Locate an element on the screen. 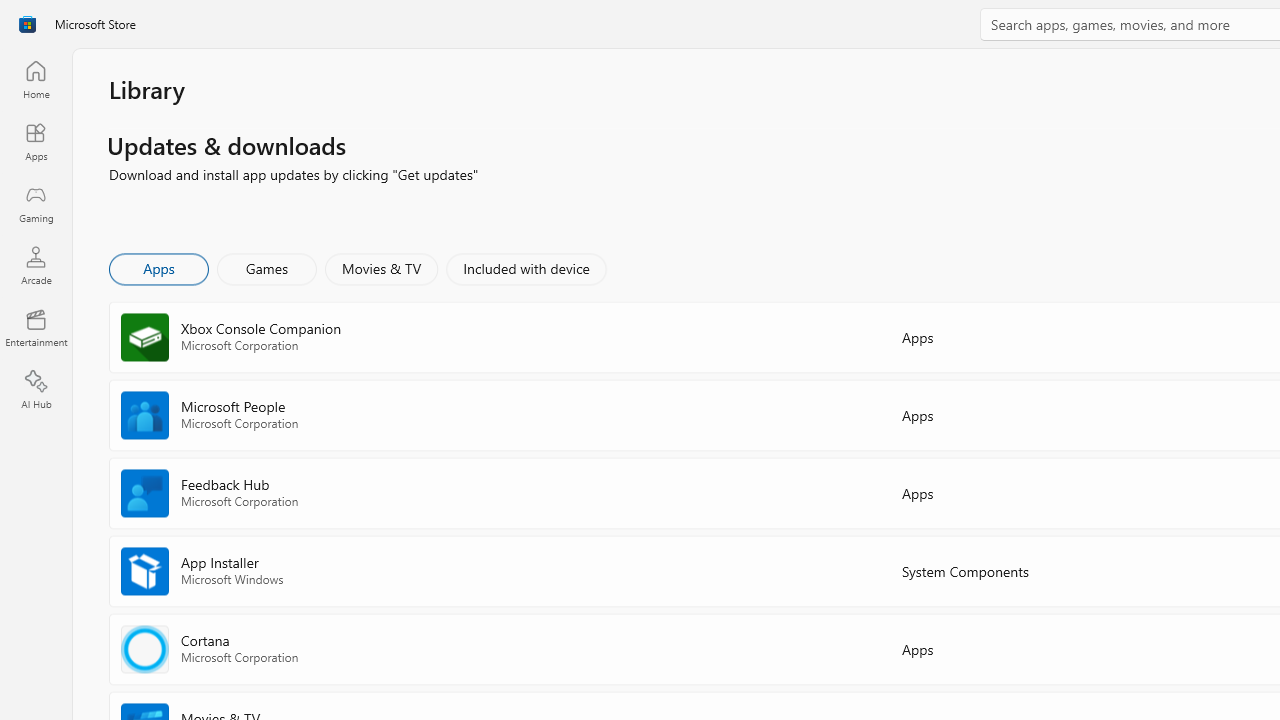  'AI Hub' is located at coordinates (35, 390).